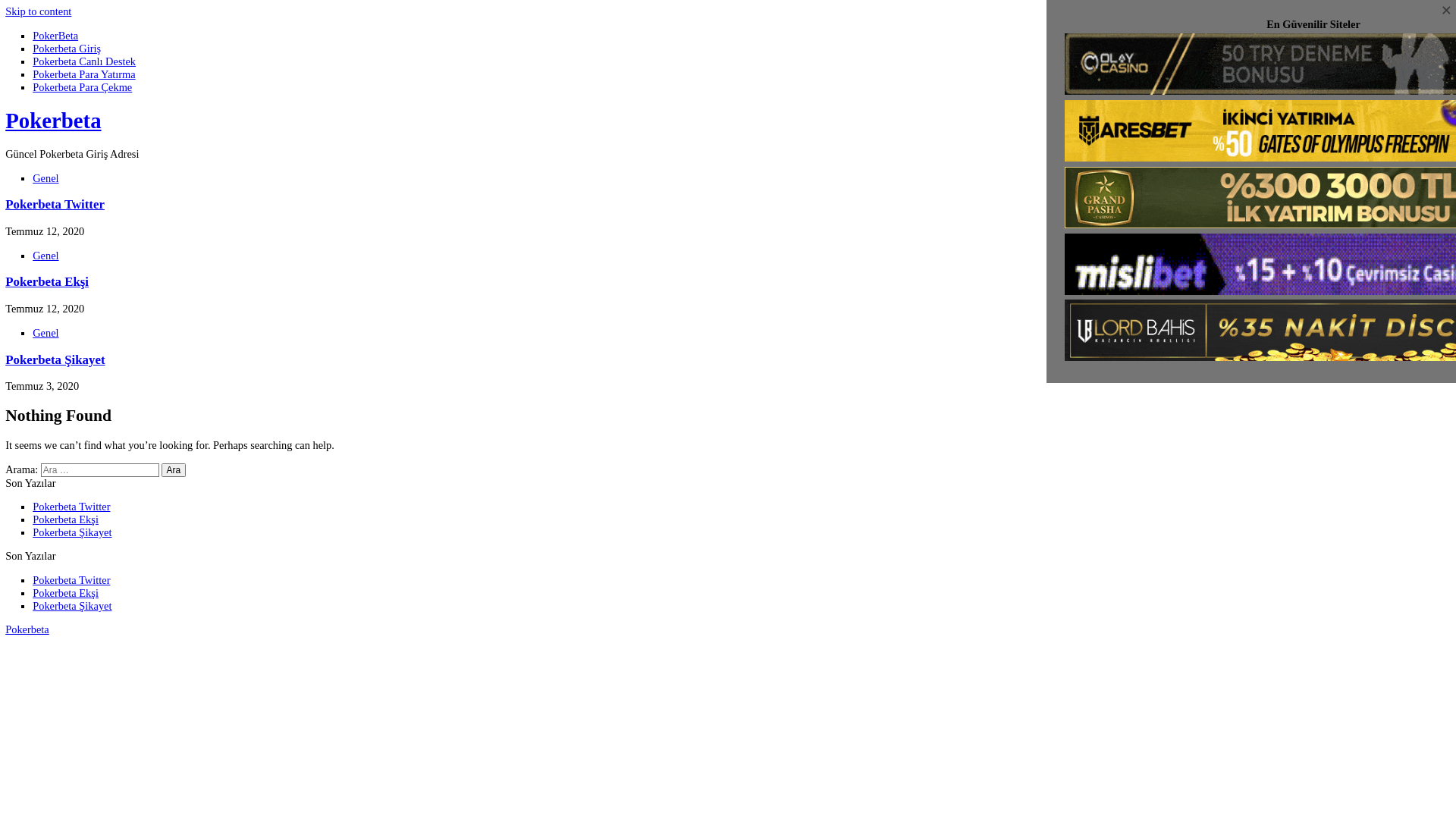 This screenshot has height=819, width=1456. Describe the element at coordinates (42, 12) in the screenshot. I see `'Skip to content'` at that location.